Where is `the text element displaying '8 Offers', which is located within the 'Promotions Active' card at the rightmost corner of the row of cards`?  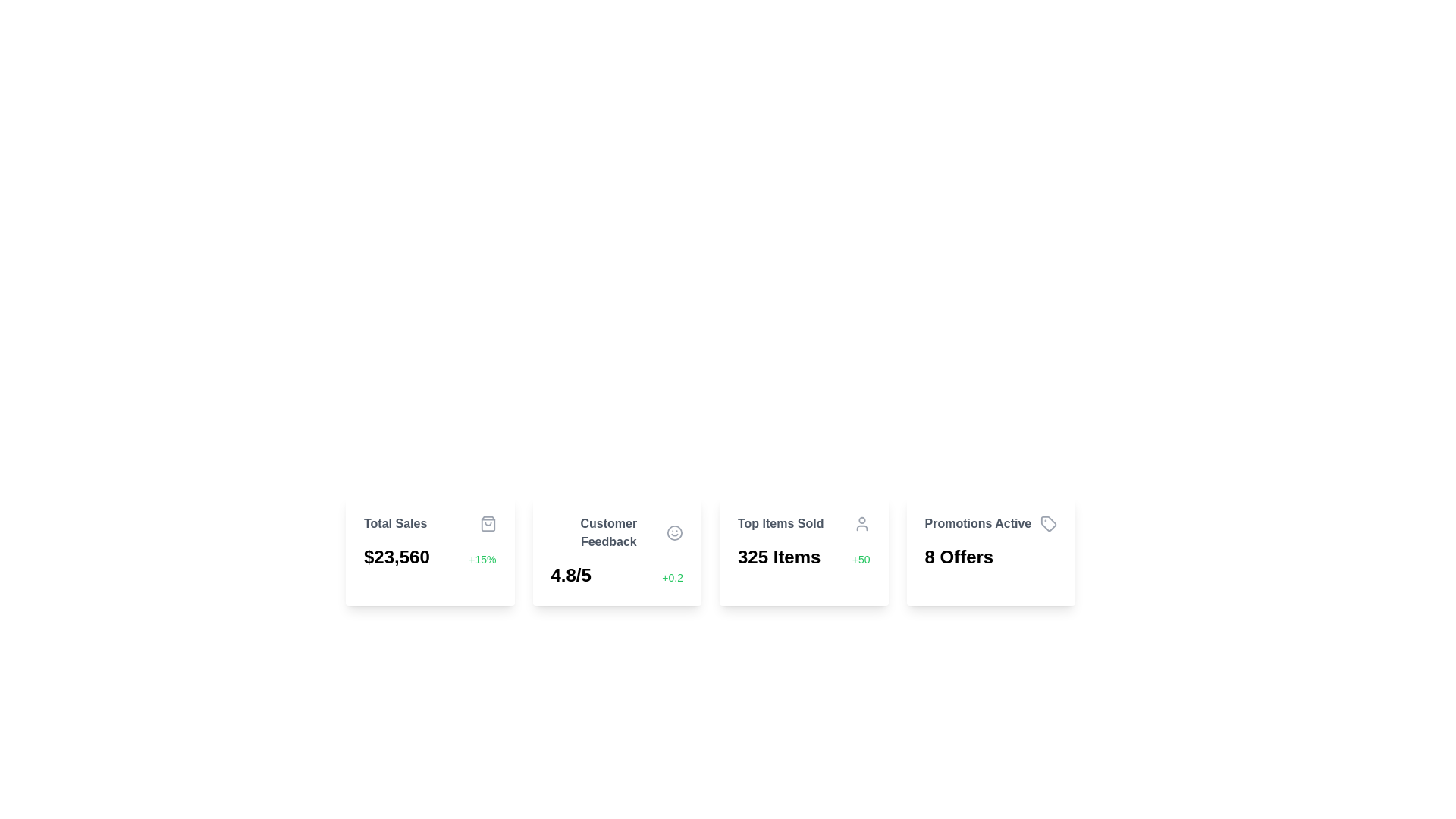
the text element displaying '8 Offers', which is located within the 'Promotions Active' card at the rightmost corner of the row of cards is located at coordinates (958, 557).